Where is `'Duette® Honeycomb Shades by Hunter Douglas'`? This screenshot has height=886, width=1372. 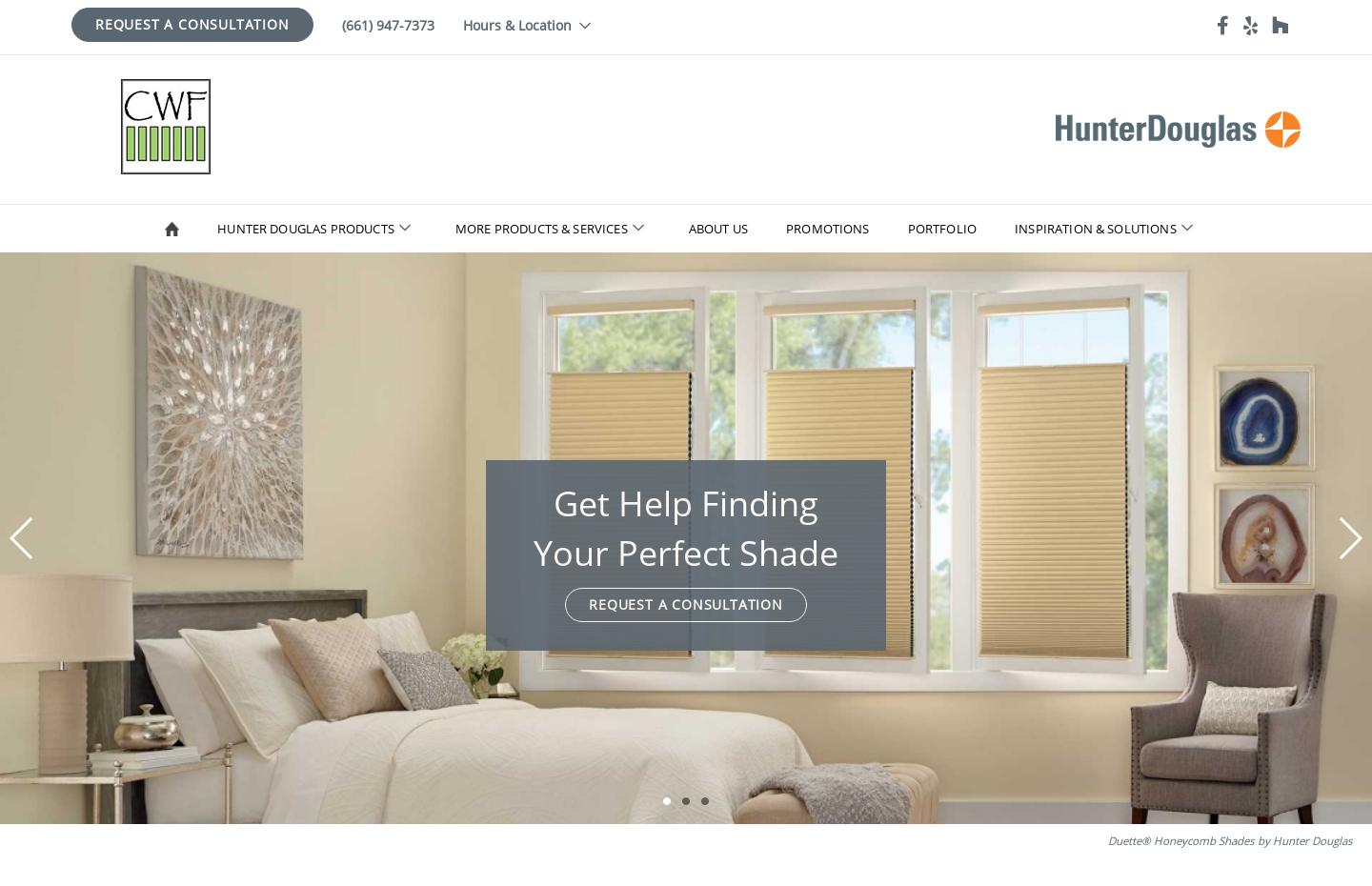 'Duette® Honeycomb Shades by Hunter Douglas' is located at coordinates (1230, 840).